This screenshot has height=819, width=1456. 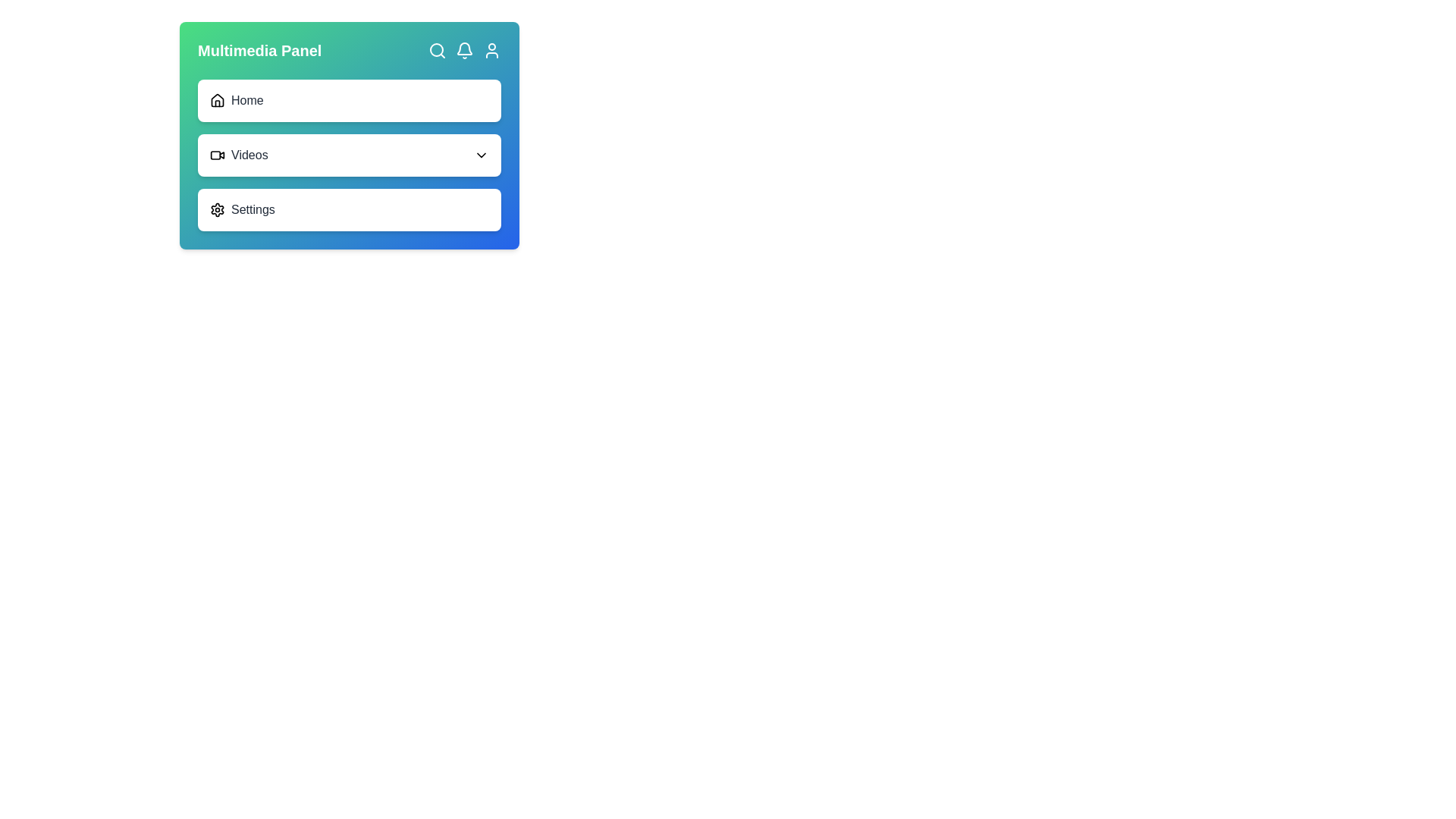 I want to click on the user account icon located at the top-right section of the interface header to trigger a tooltip or visual feedback, so click(x=491, y=49).